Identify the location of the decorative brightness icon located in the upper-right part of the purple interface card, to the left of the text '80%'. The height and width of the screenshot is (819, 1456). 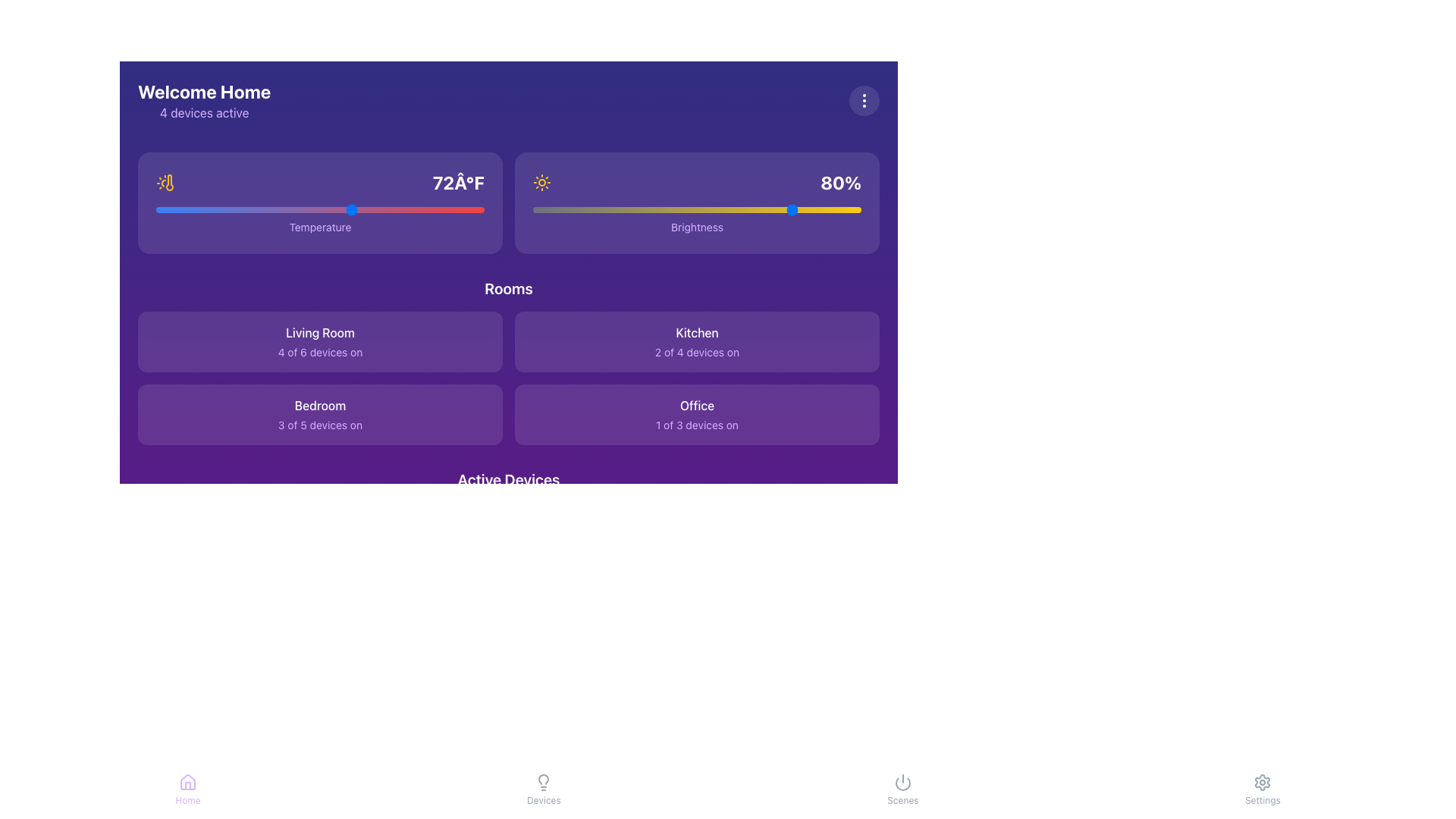
(542, 181).